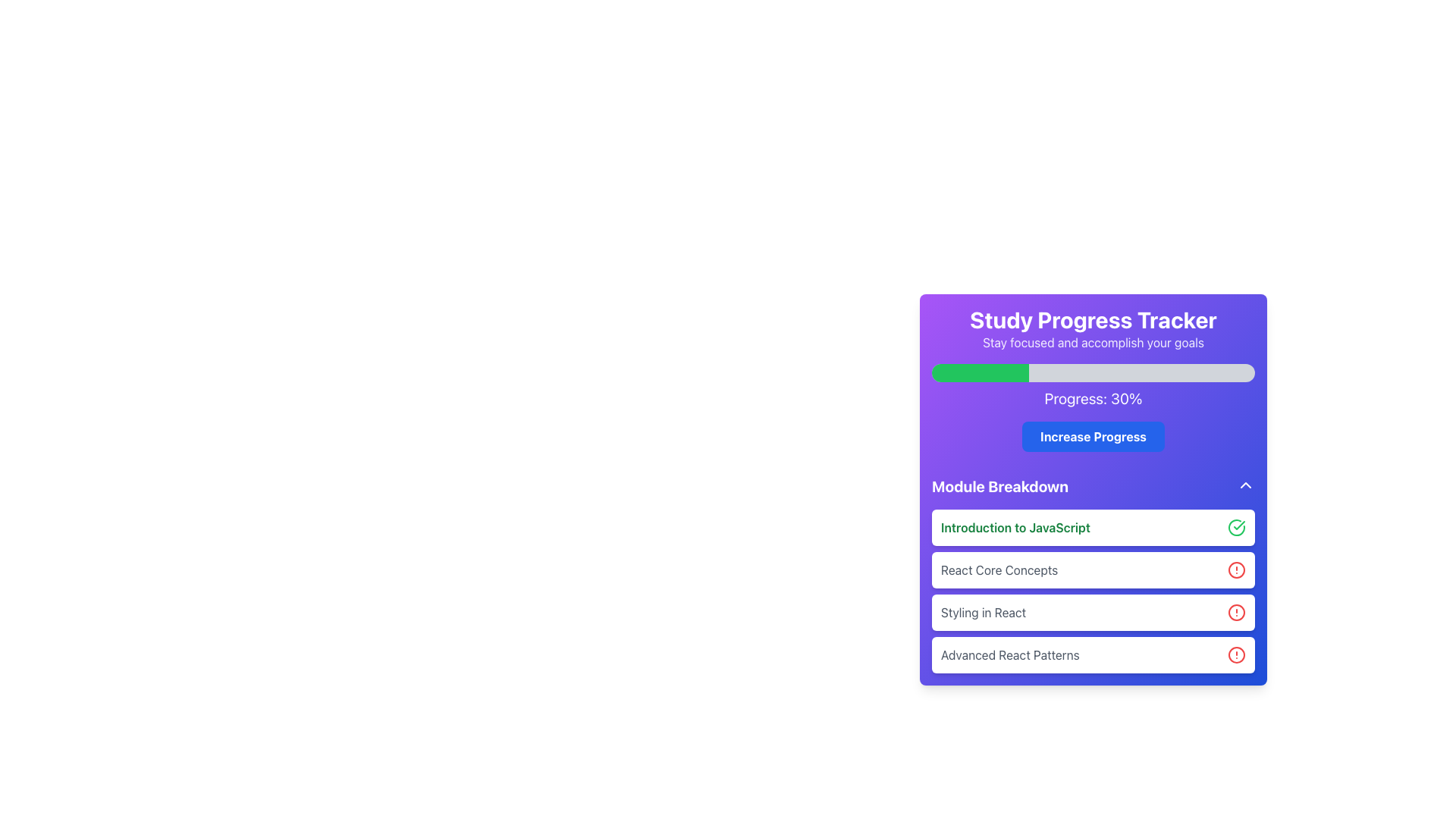 This screenshot has width=1456, height=819. What do you see at coordinates (980, 373) in the screenshot?
I see `the progress indicator representing 30% completion within the horizontally oriented progress bar located near the top of the card` at bounding box center [980, 373].